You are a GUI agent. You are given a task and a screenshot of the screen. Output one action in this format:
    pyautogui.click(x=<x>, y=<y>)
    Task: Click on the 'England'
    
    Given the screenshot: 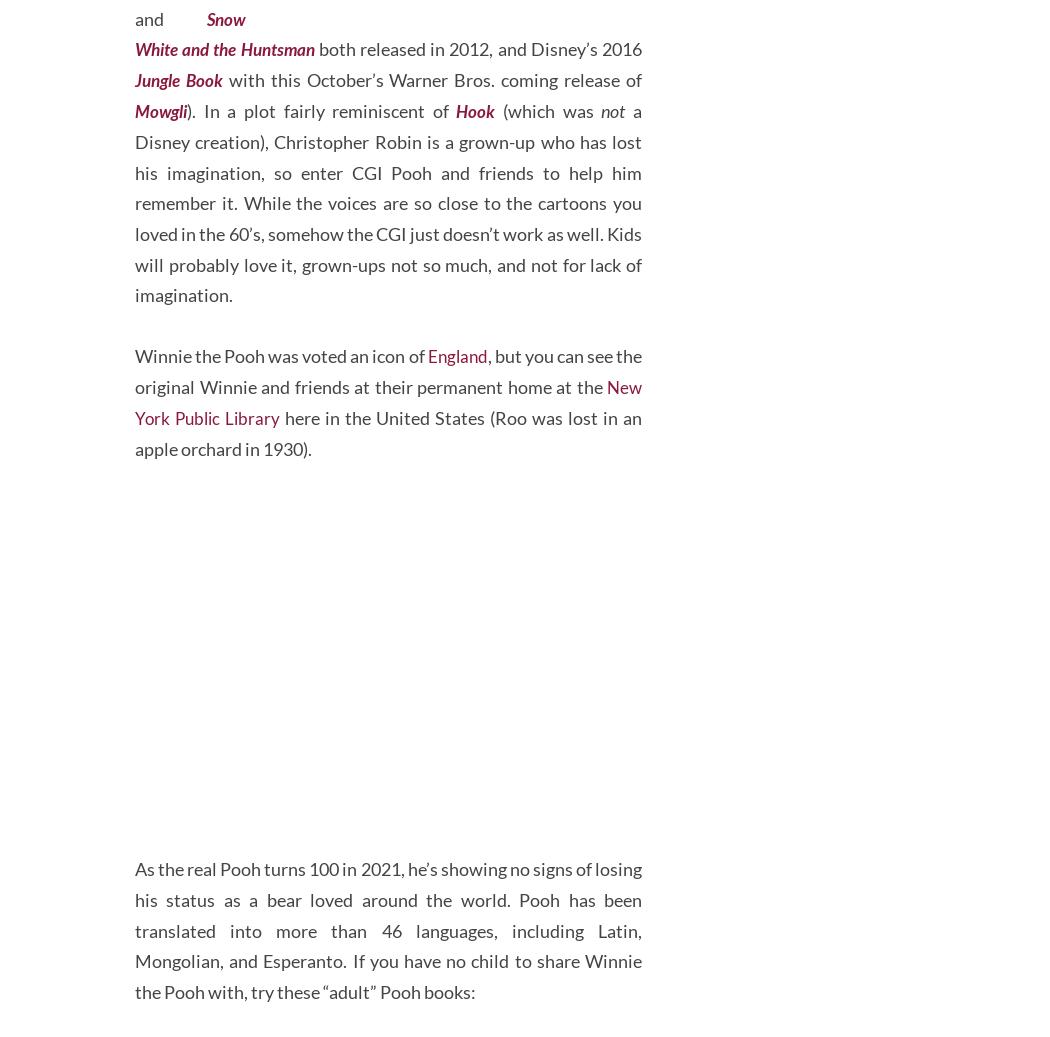 What is the action you would take?
    pyautogui.click(x=476, y=428)
    